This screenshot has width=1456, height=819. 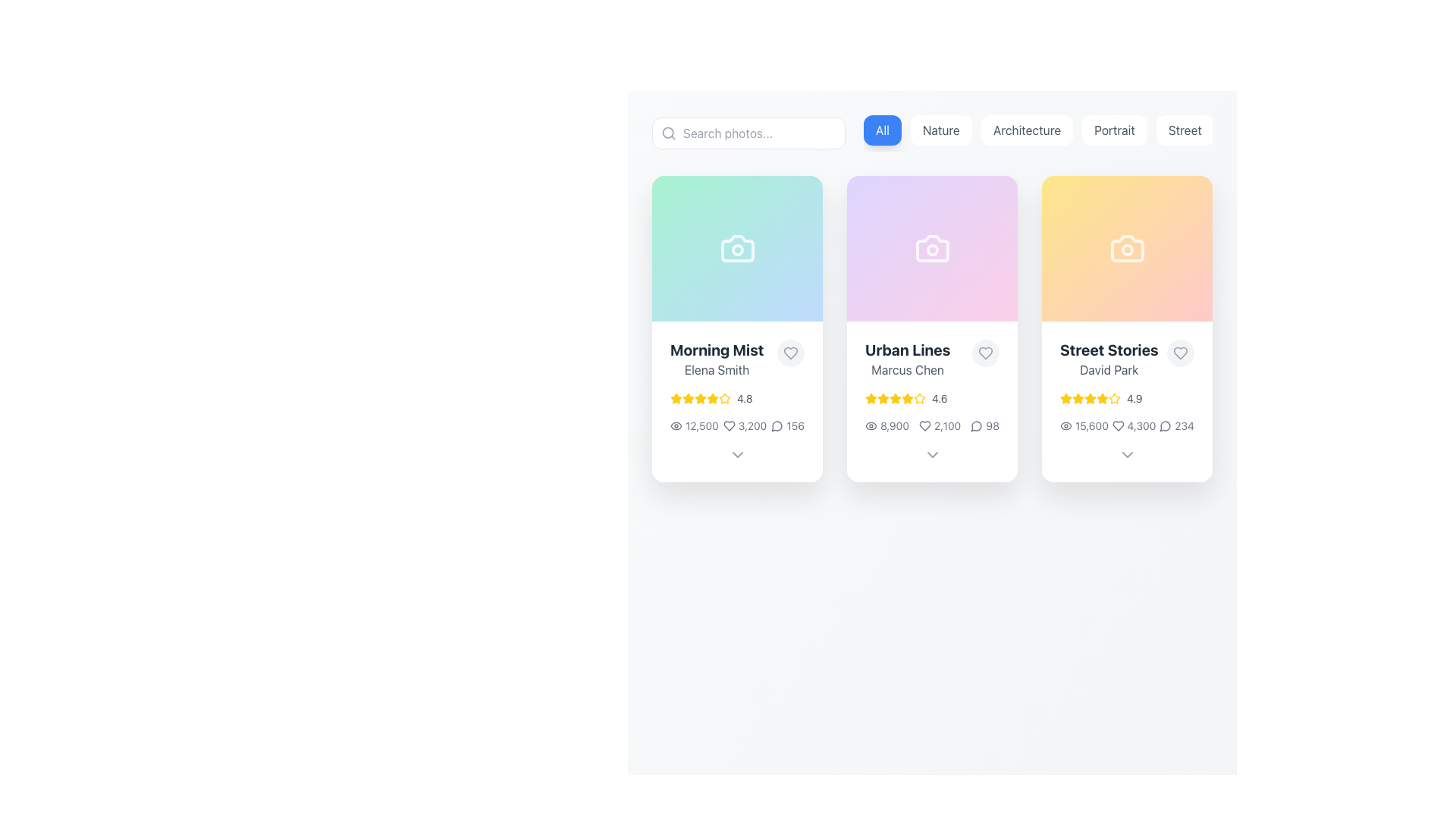 What do you see at coordinates (1179, 353) in the screenshot?
I see `the interactive heart icon button located at the top-right corner of the 'Street Stories' card by 'David Park'` at bounding box center [1179, 353].